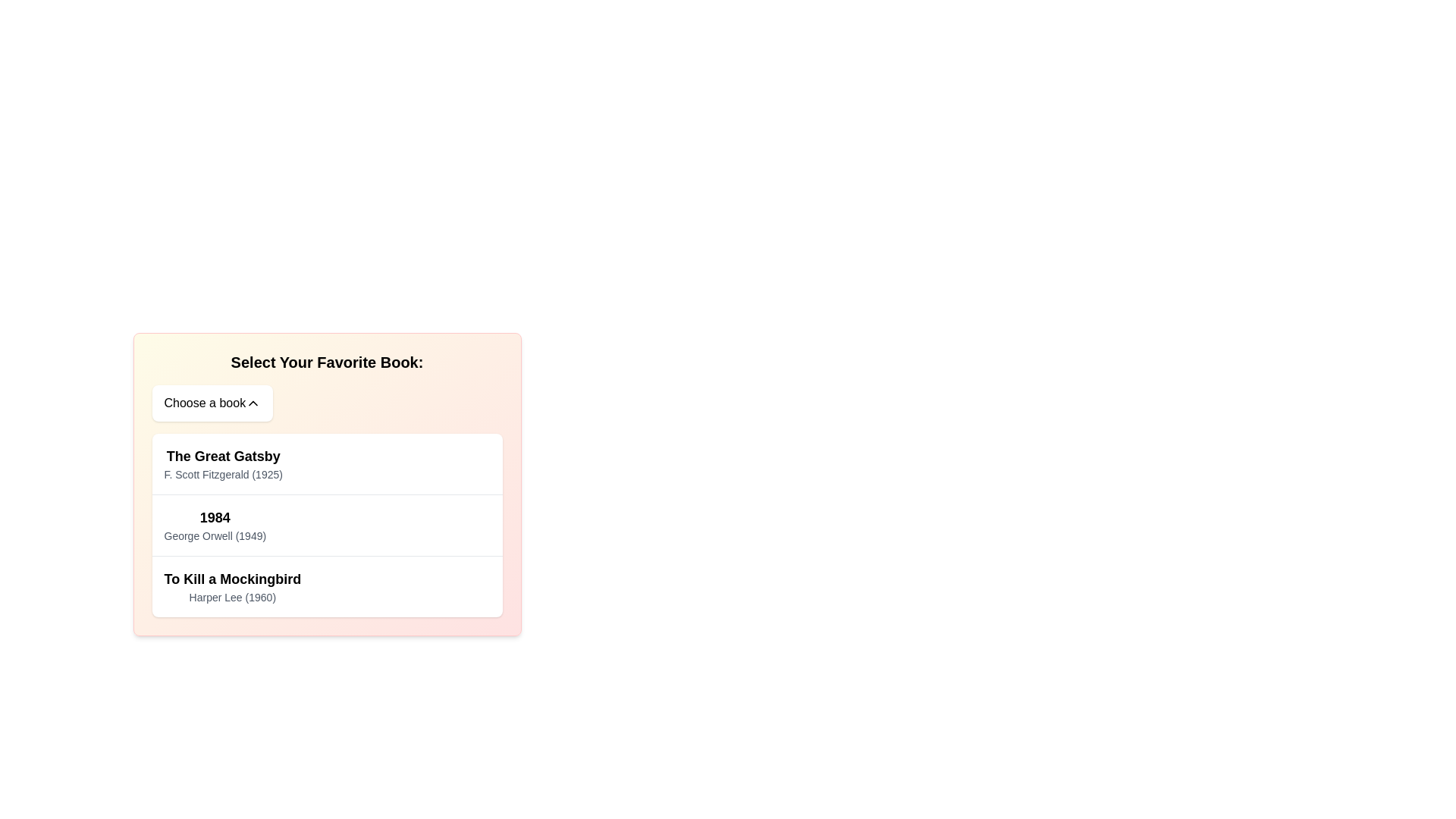 Image resolution: width=1456 pixels, height=819 pixels. I want to click on the first book item titled 'The Great Gatsby' in the list, which is part of a gradient background list item that prompts the user, so click(326, 485).